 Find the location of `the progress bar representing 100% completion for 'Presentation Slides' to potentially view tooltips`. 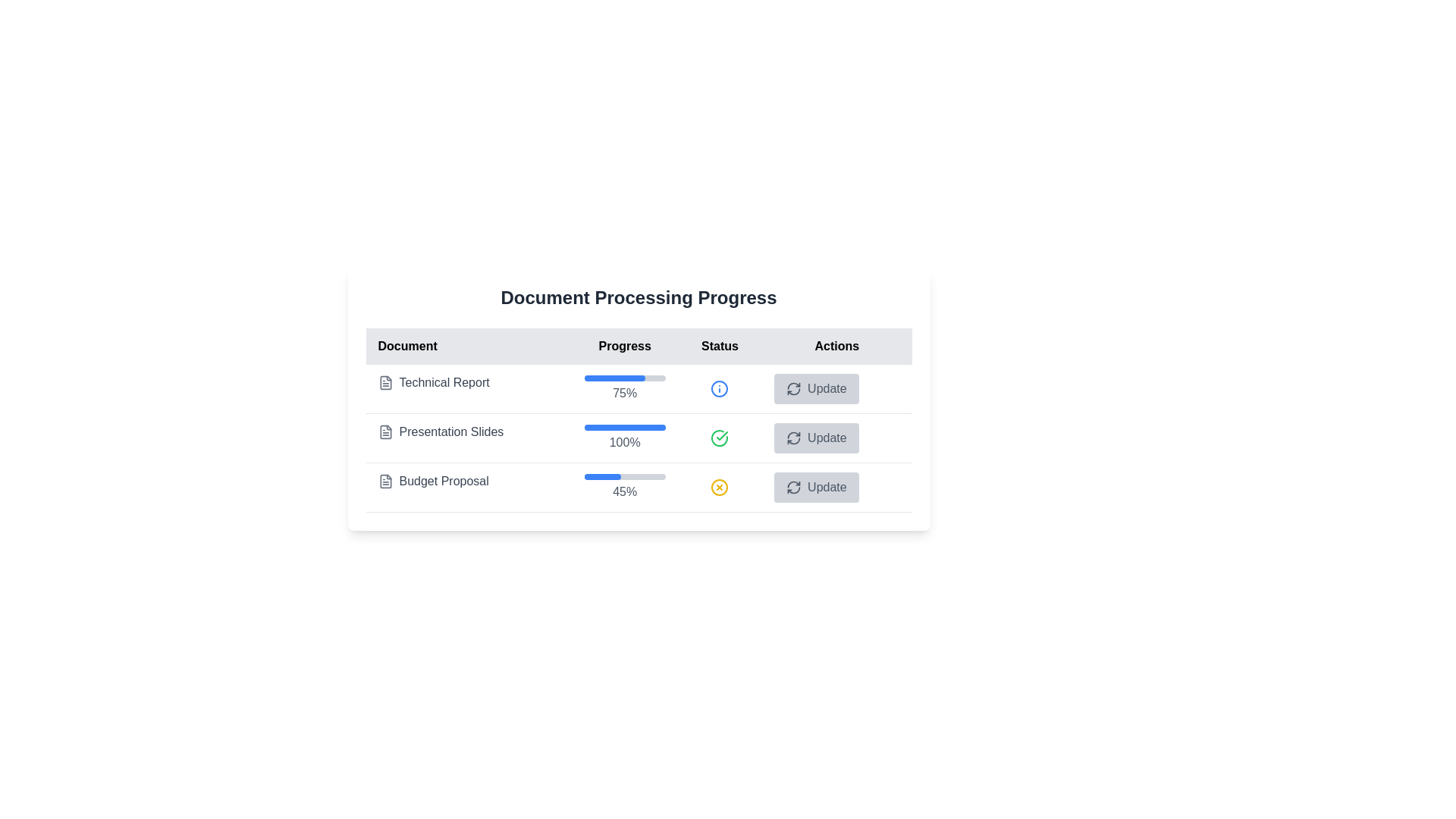

the progress bar representing 100% completion for 'Presentation Slides' to potentially view tooltips is located at coordinates (625, 427).